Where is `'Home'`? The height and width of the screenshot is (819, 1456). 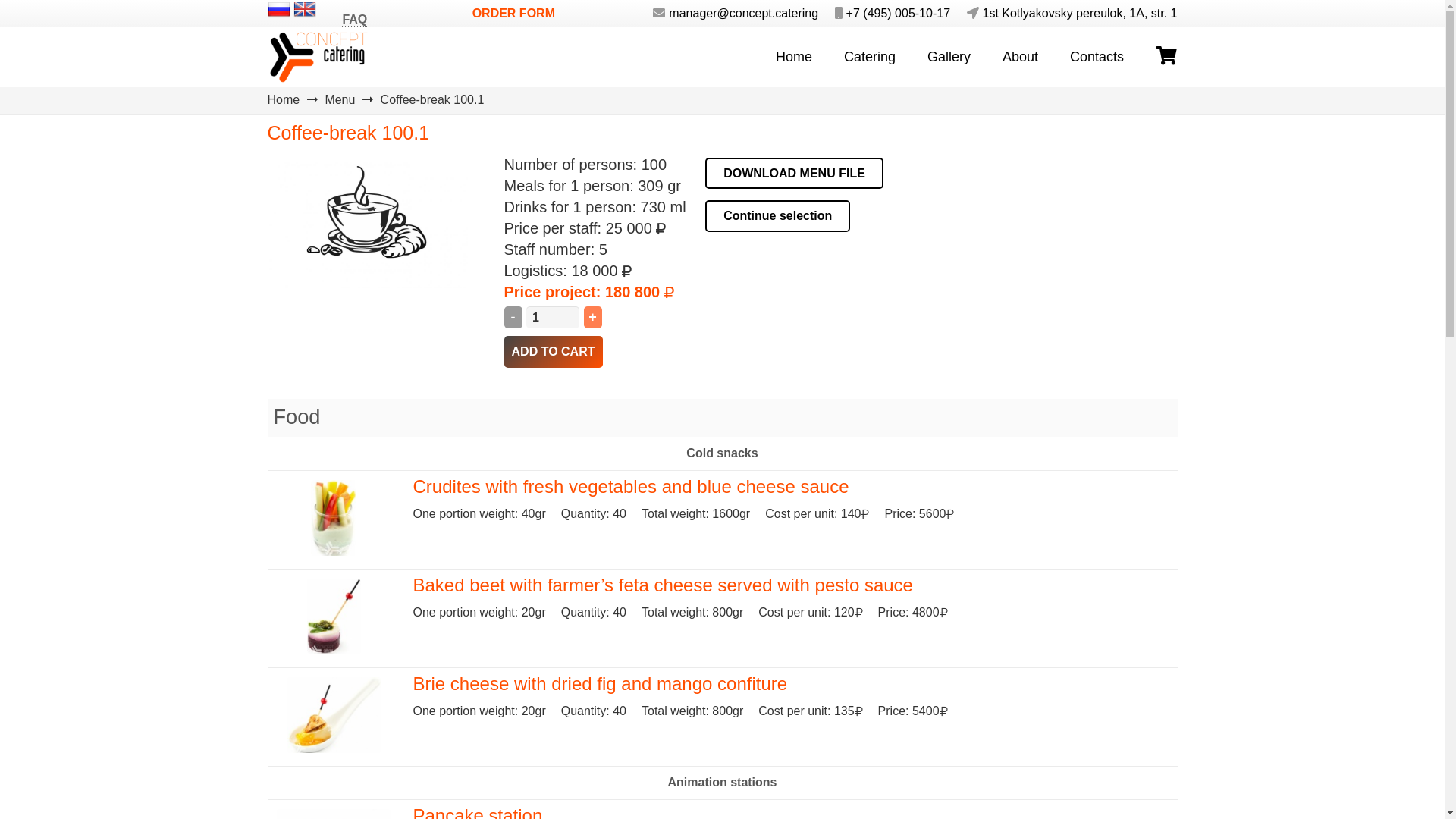
'Home' is located at coordinates (792, 55).